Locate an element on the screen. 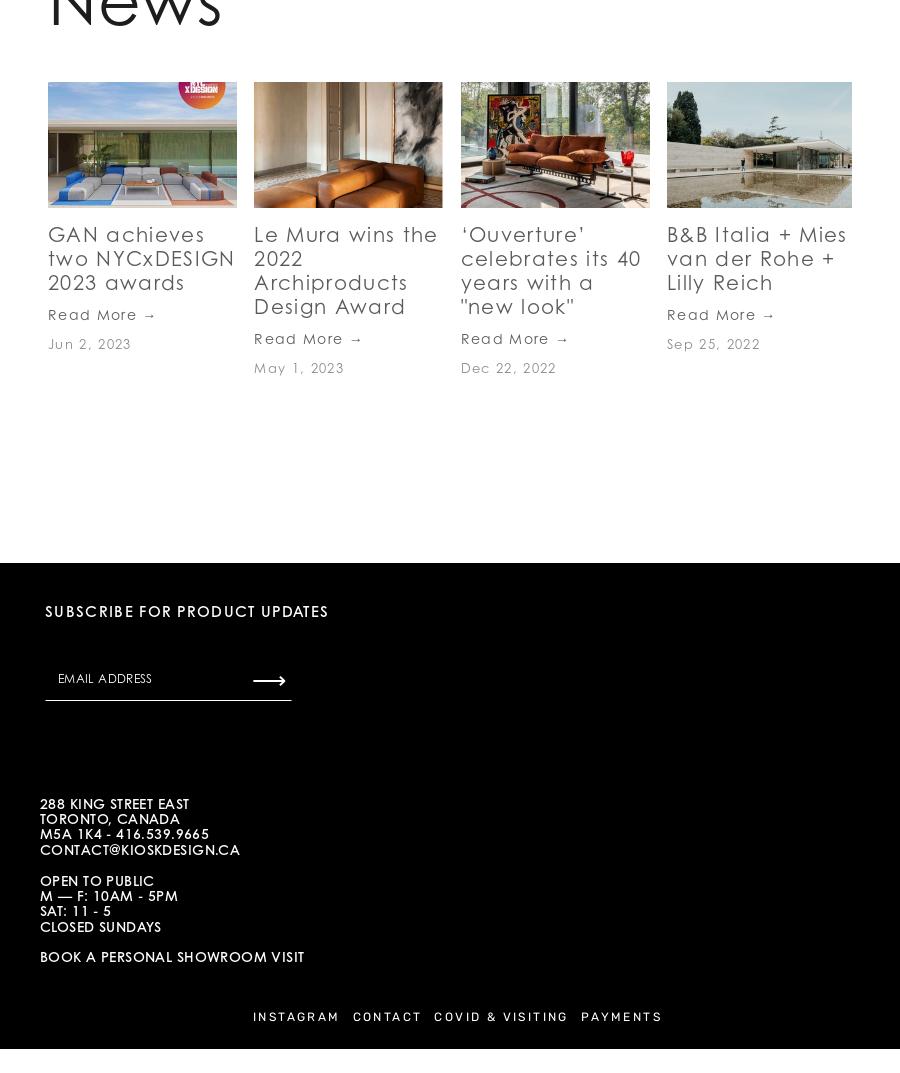 This screenshot has height=1073, width=900. 'Jun 2, 2023' is located at coordinates (88, 344).